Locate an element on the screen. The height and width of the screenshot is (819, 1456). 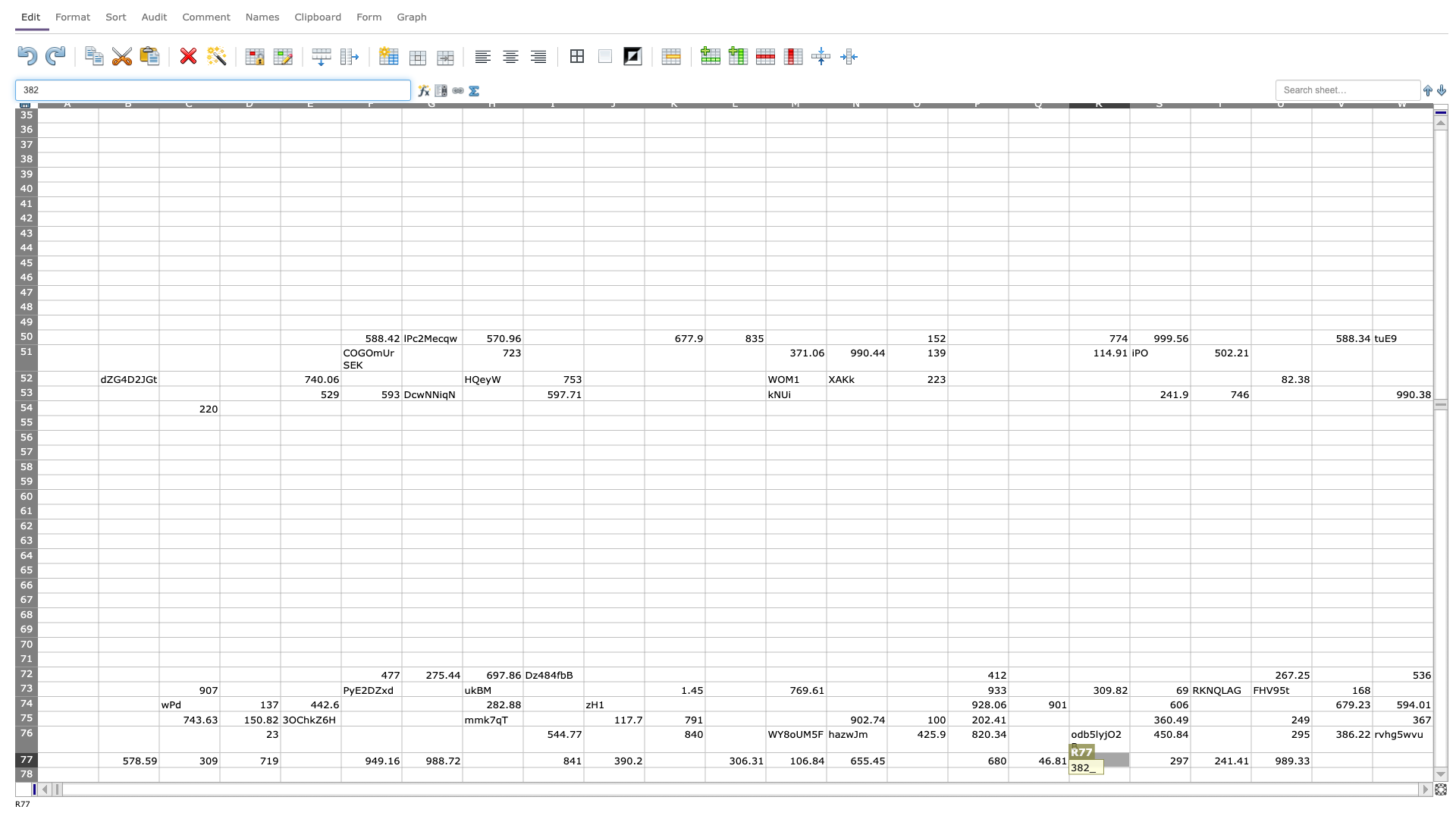
top left at column U row 78 is located at coordinates (1251, 767).